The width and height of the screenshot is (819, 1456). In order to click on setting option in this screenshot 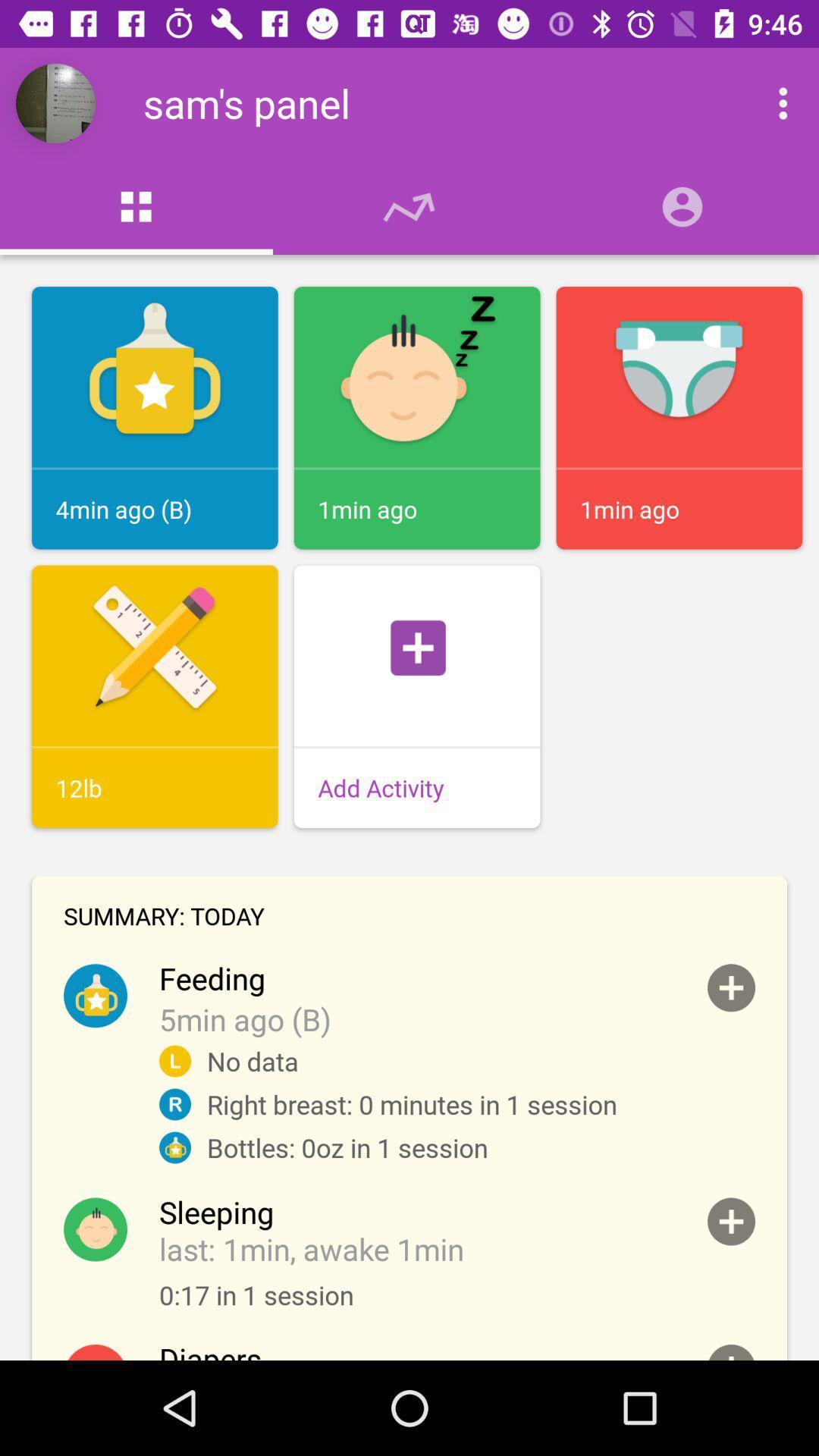, I will do `click(767, 102)`.